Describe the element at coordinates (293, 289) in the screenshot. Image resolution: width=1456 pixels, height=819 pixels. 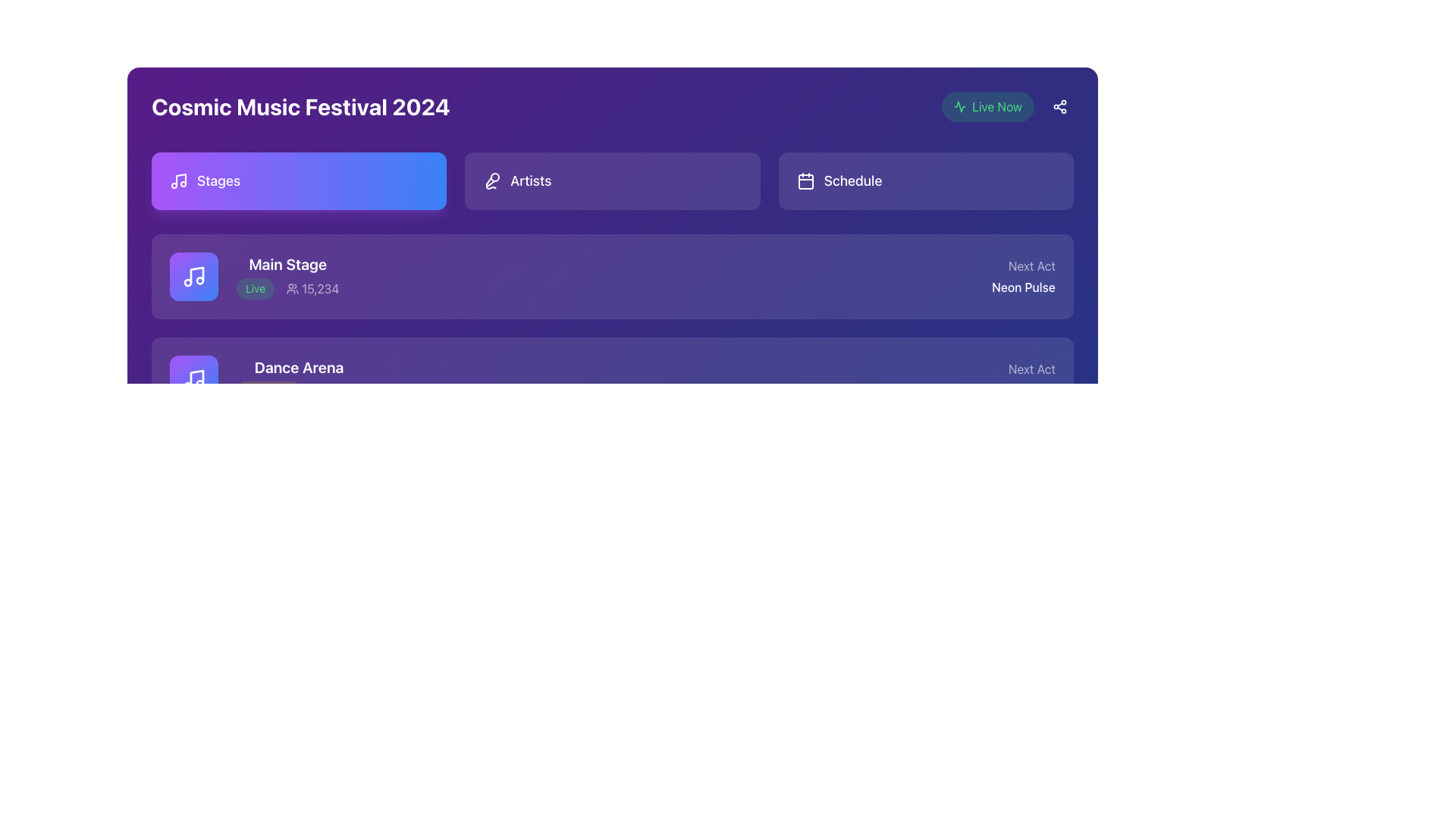
I see `the user attendance count icon located in the 'Main Stage' section, positioned to the left of the text '15,234'` at that location.